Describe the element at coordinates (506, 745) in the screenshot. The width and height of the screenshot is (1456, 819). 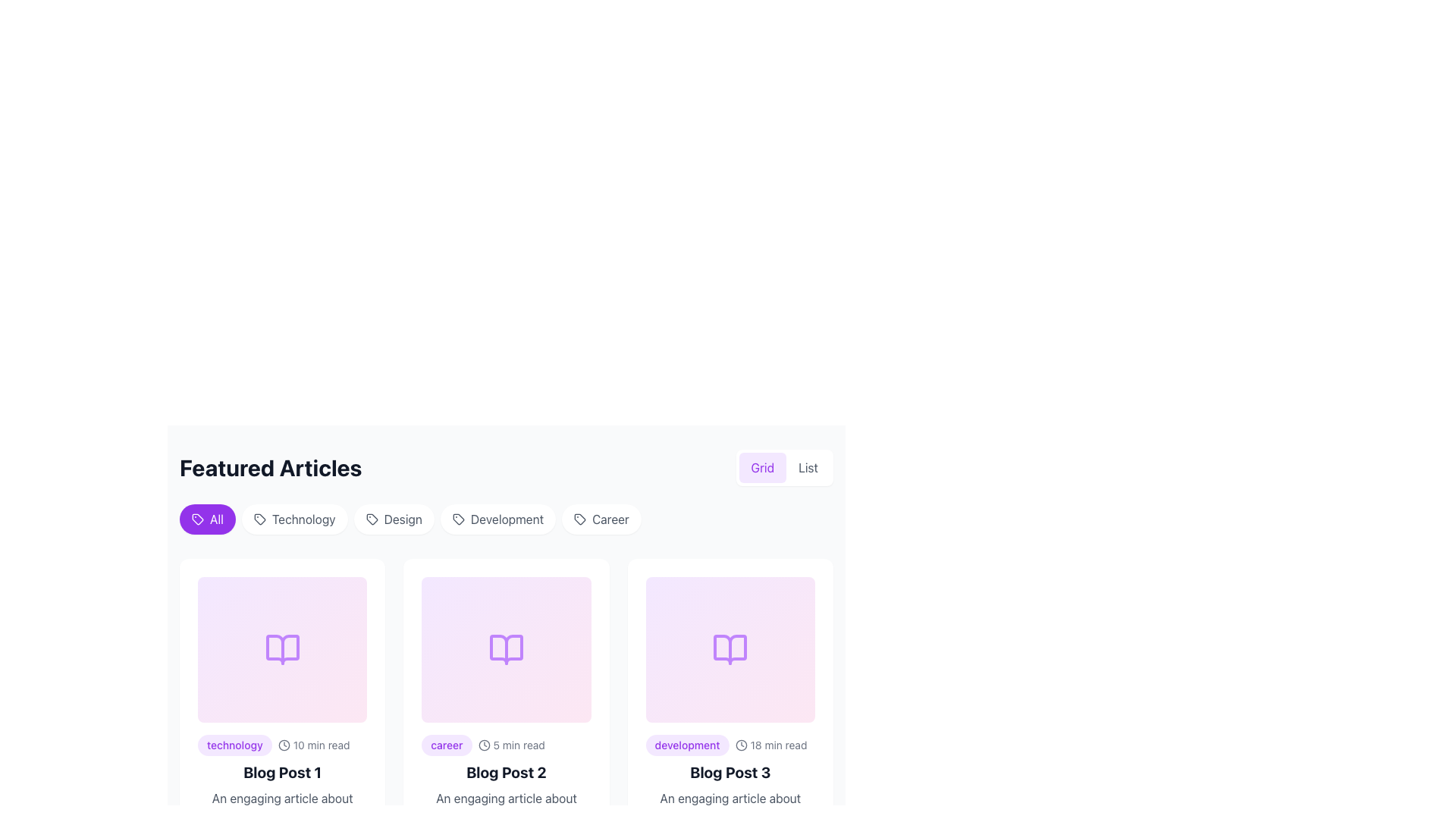
I see `metadata row displaying the estimated reading time ('5 min read') and category ('career') for the 'Blog Post 2' card, located at the top of the text content beneath the image placeholder` at that location.